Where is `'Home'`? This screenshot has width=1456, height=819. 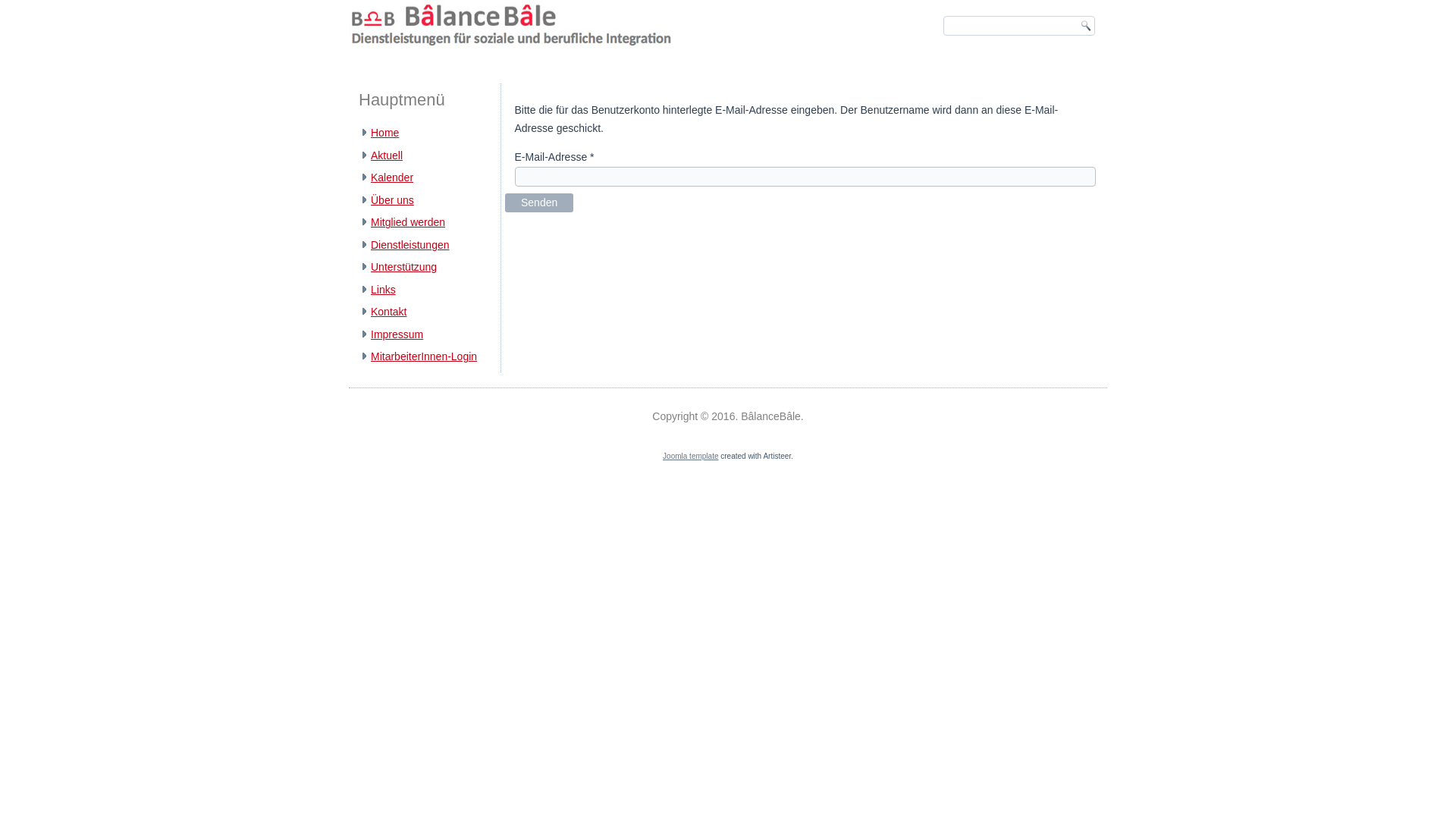
'Home' is located at coordinates (371, 131).